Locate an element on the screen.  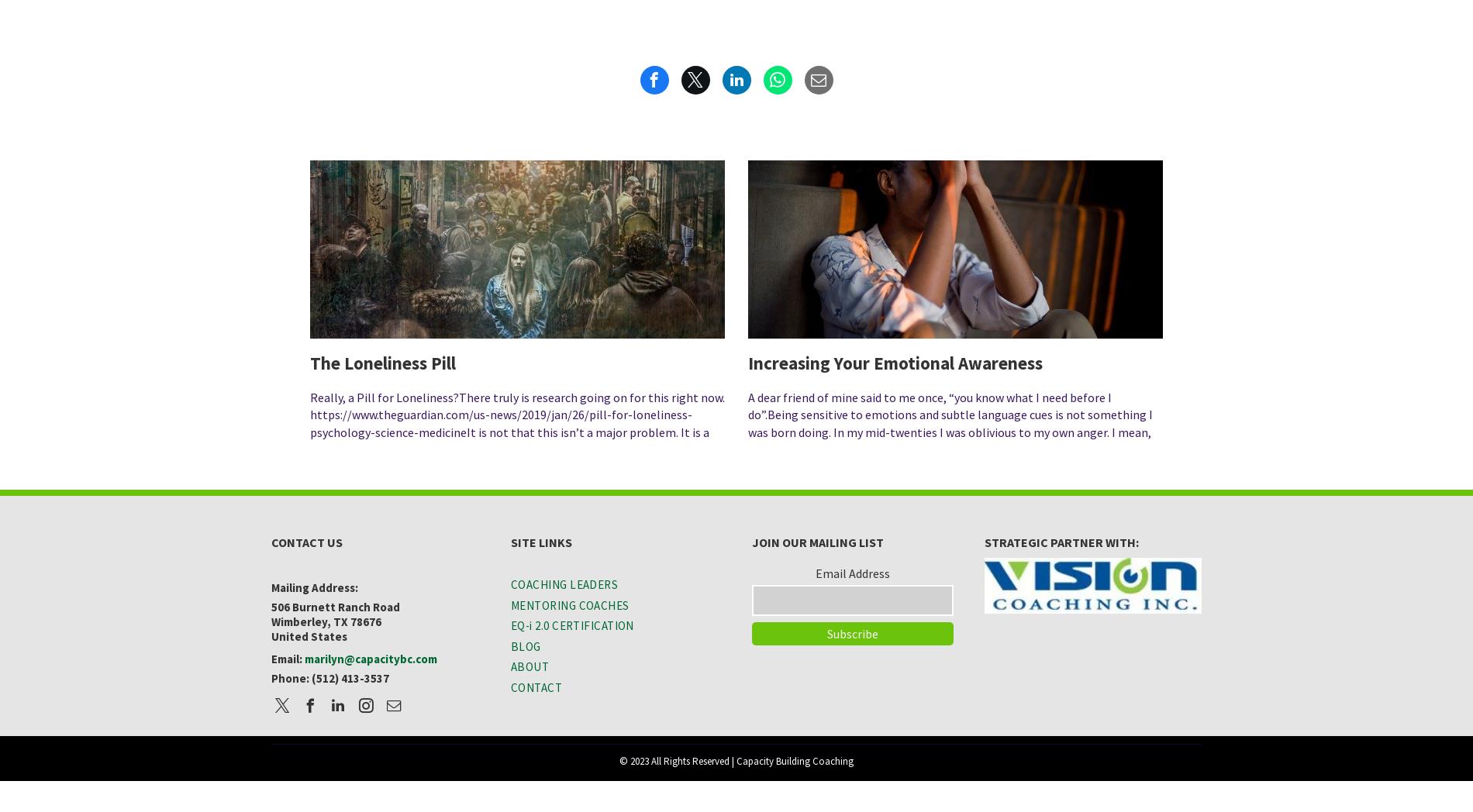
'CONTACT US' is located at coordinates (305, 541).